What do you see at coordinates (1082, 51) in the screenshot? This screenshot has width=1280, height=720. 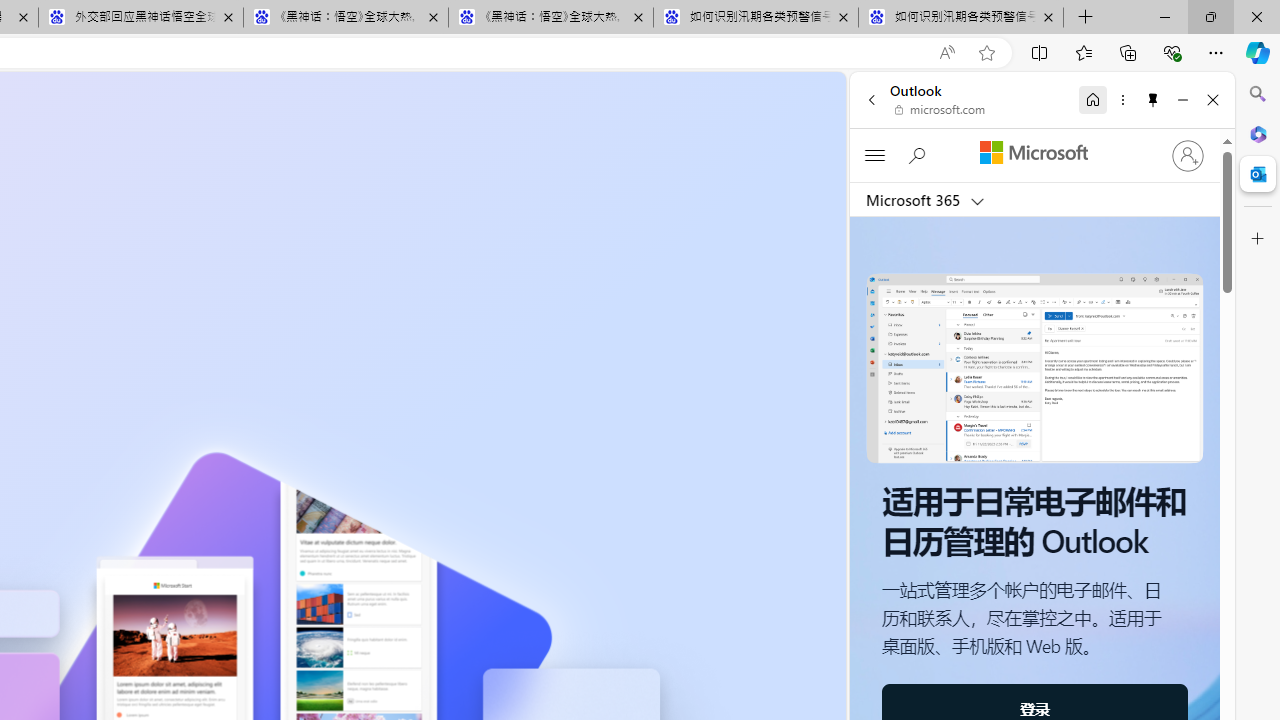 I see `'Favorites'` at bounding box center [1082, 51].